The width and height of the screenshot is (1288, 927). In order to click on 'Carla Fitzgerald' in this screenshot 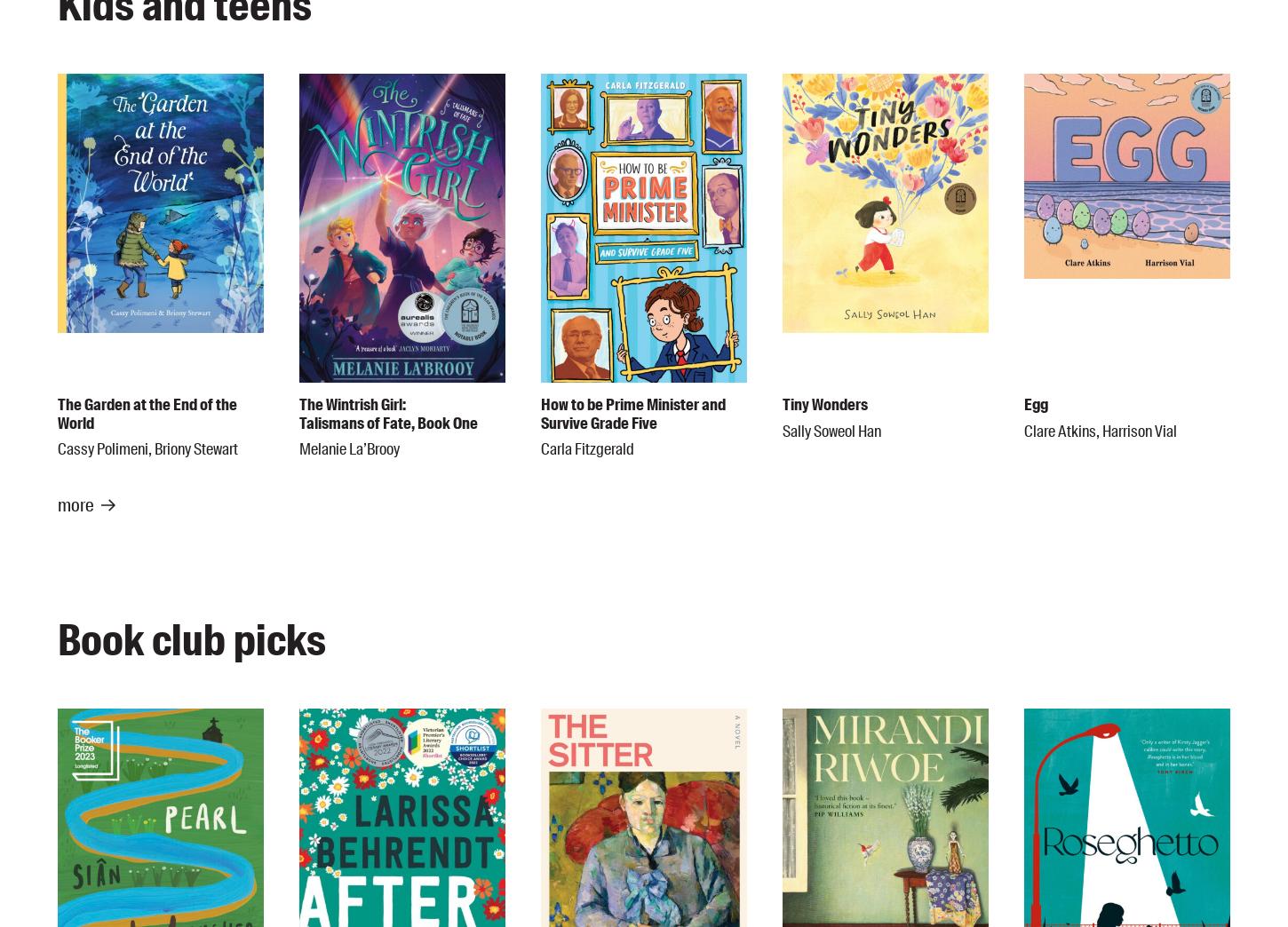, I will do `click(586, 449)`.